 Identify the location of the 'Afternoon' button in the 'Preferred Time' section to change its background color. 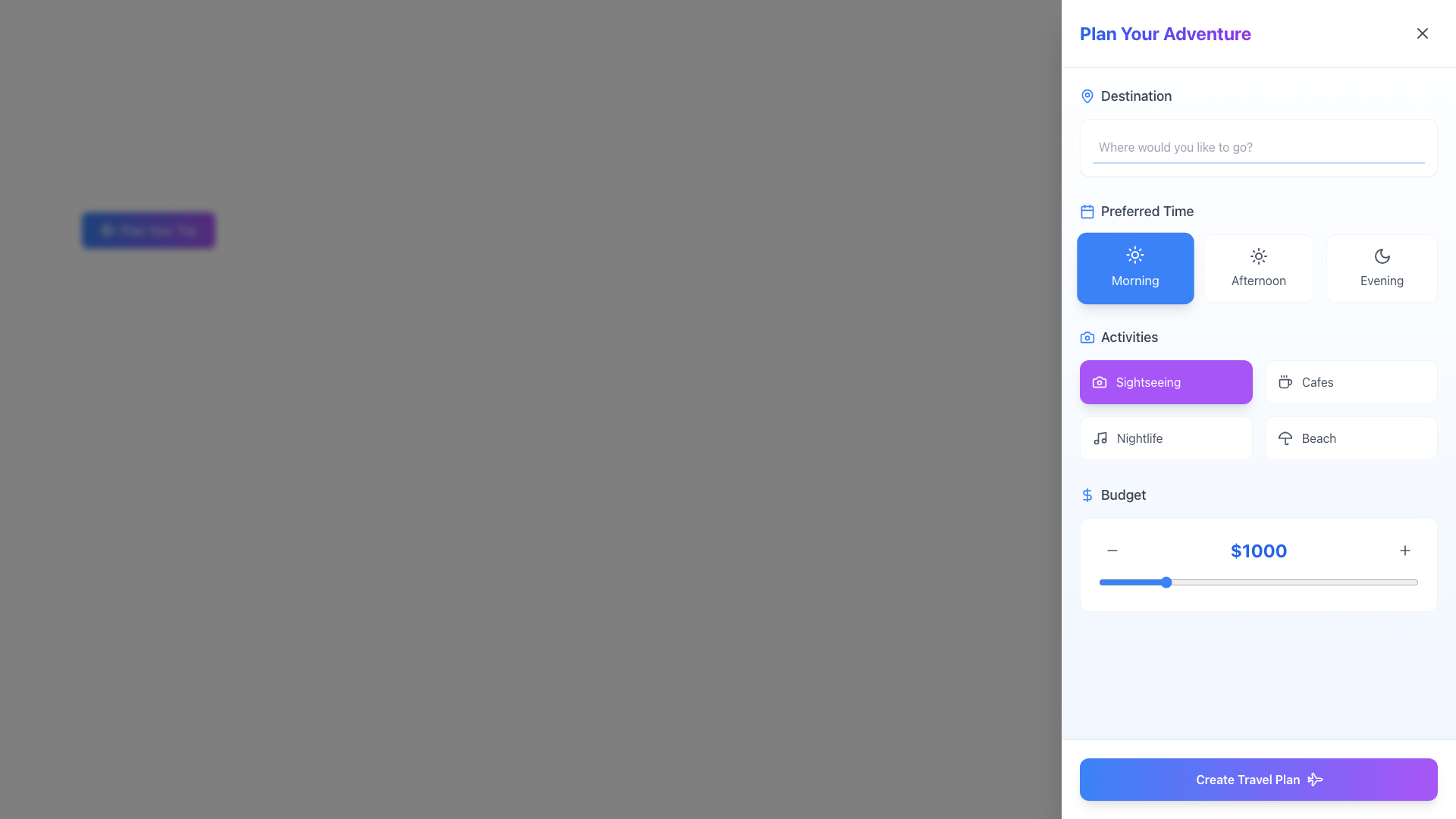
(1259, 268).